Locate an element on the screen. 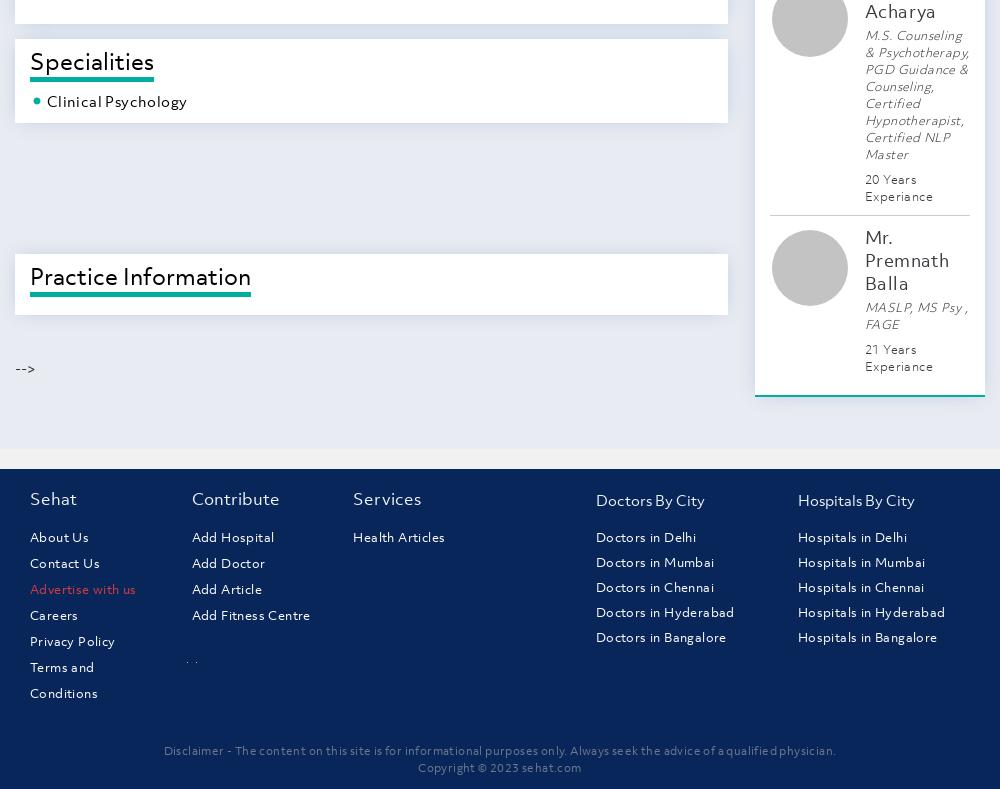 Image resolution: width=1000 pixels, height=789 pixels. 'Contact Us' is located at coordinates (64, 562).